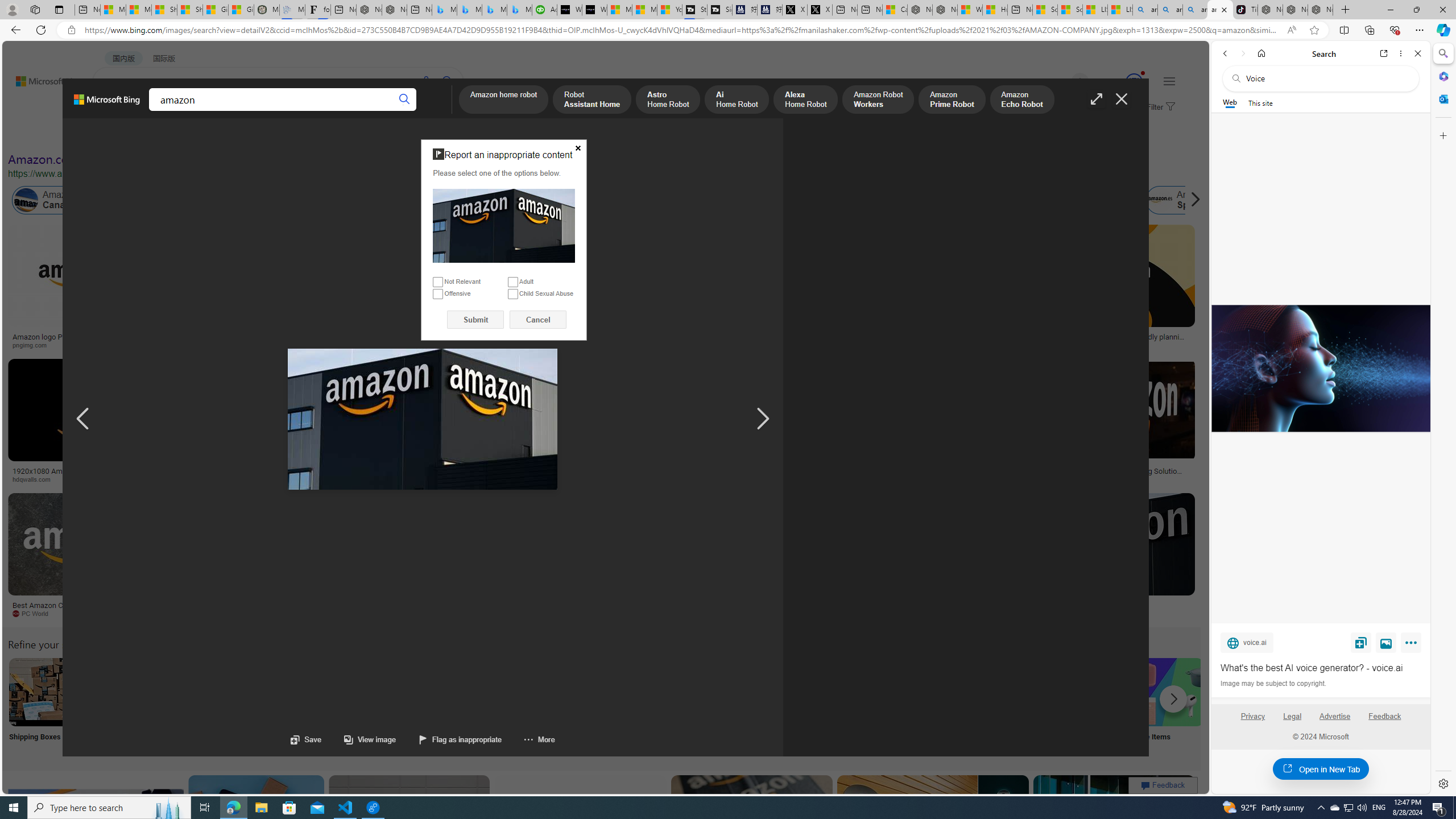 The height and width of the screenshot is (819, 1456). Describe the element at coordinates (944, 9) in the screenshot. I see `'Nordace - Summer Adventures 2024'` at that location.